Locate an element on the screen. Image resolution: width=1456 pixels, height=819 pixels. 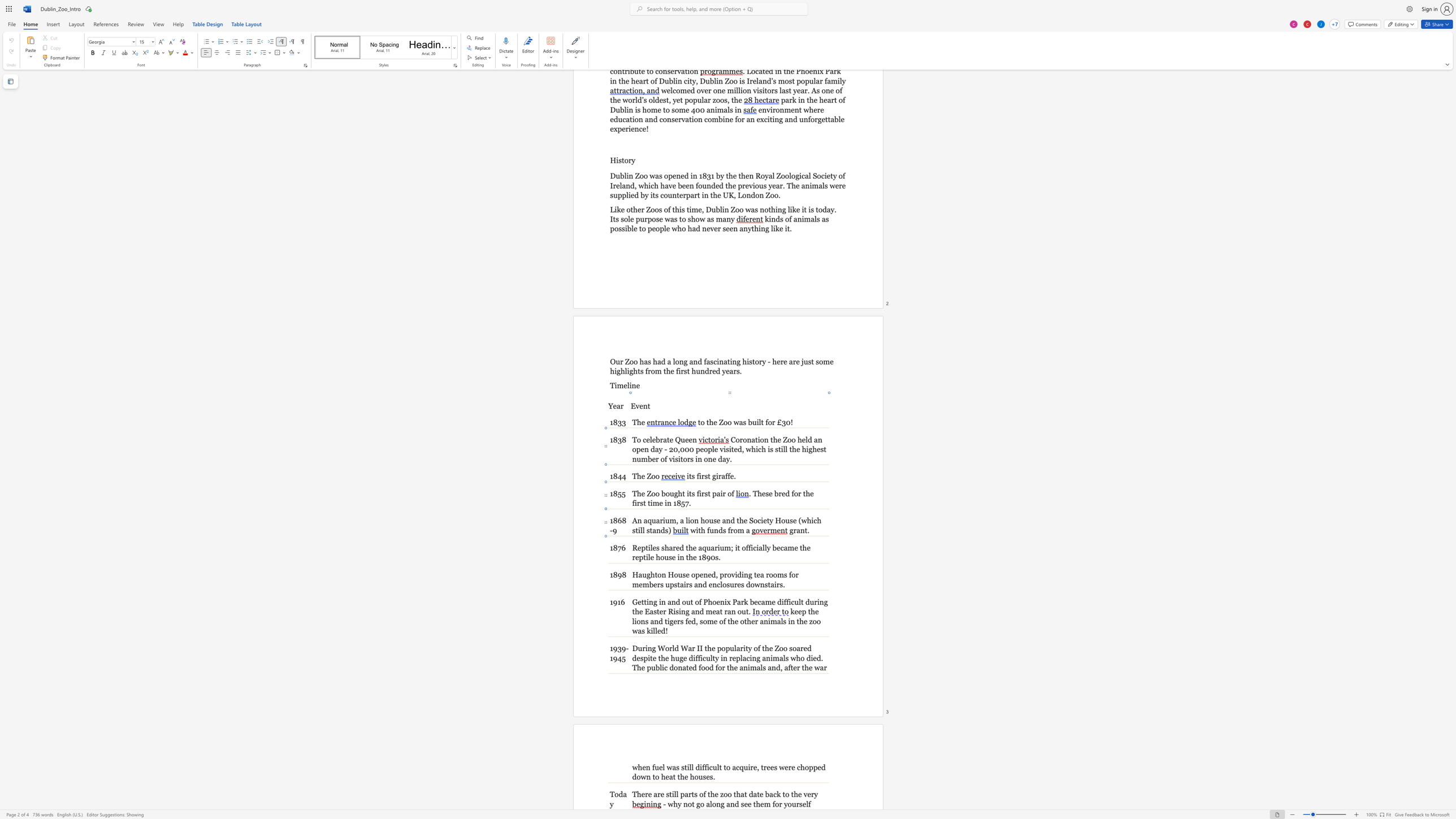
the space between the continuous character "8" and "5" in the text is located at coordinates (681, 503).